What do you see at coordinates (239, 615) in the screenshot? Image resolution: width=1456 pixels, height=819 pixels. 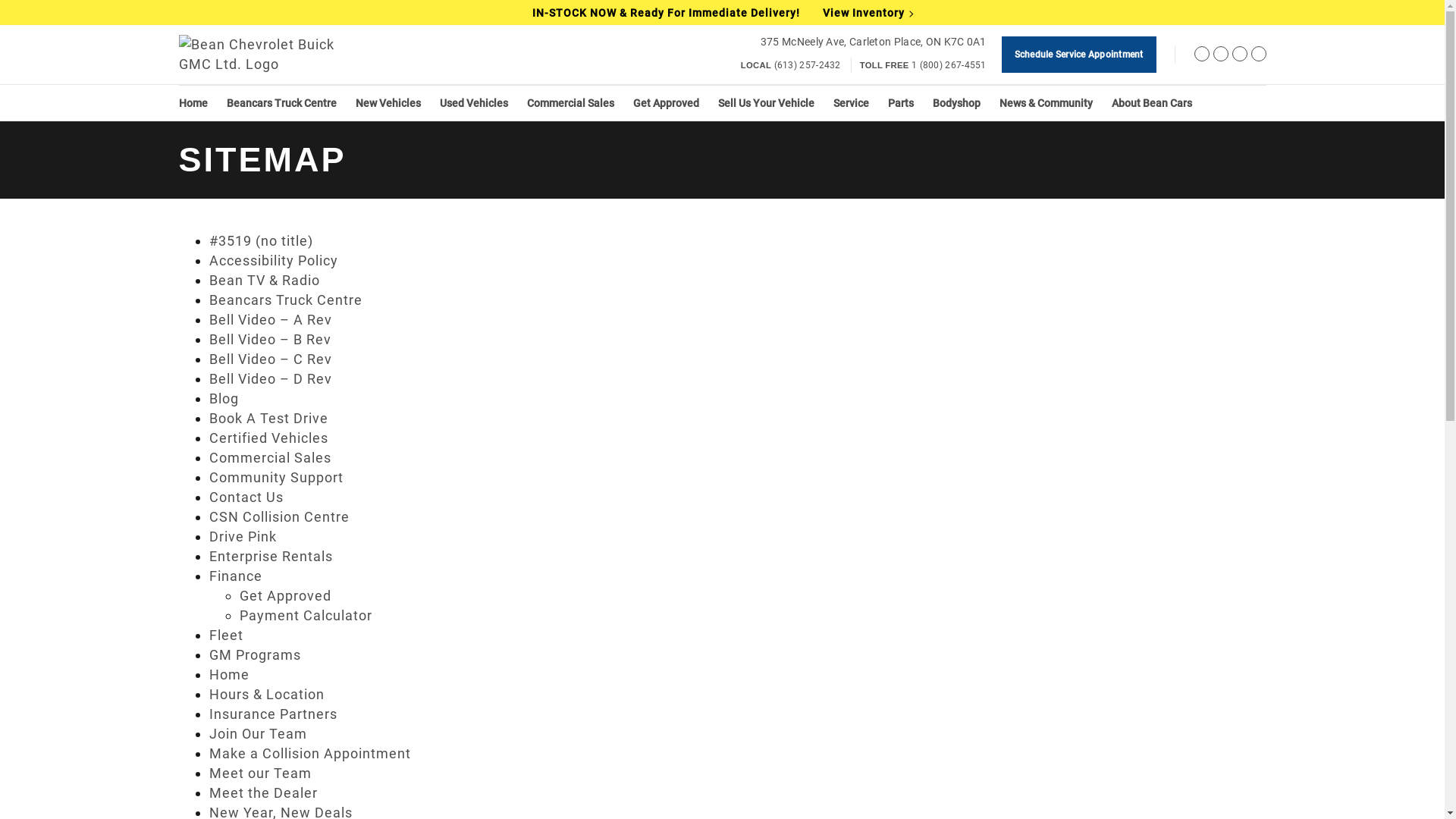 I see `'Payment Calculator'` at bounding box center [239, 615].